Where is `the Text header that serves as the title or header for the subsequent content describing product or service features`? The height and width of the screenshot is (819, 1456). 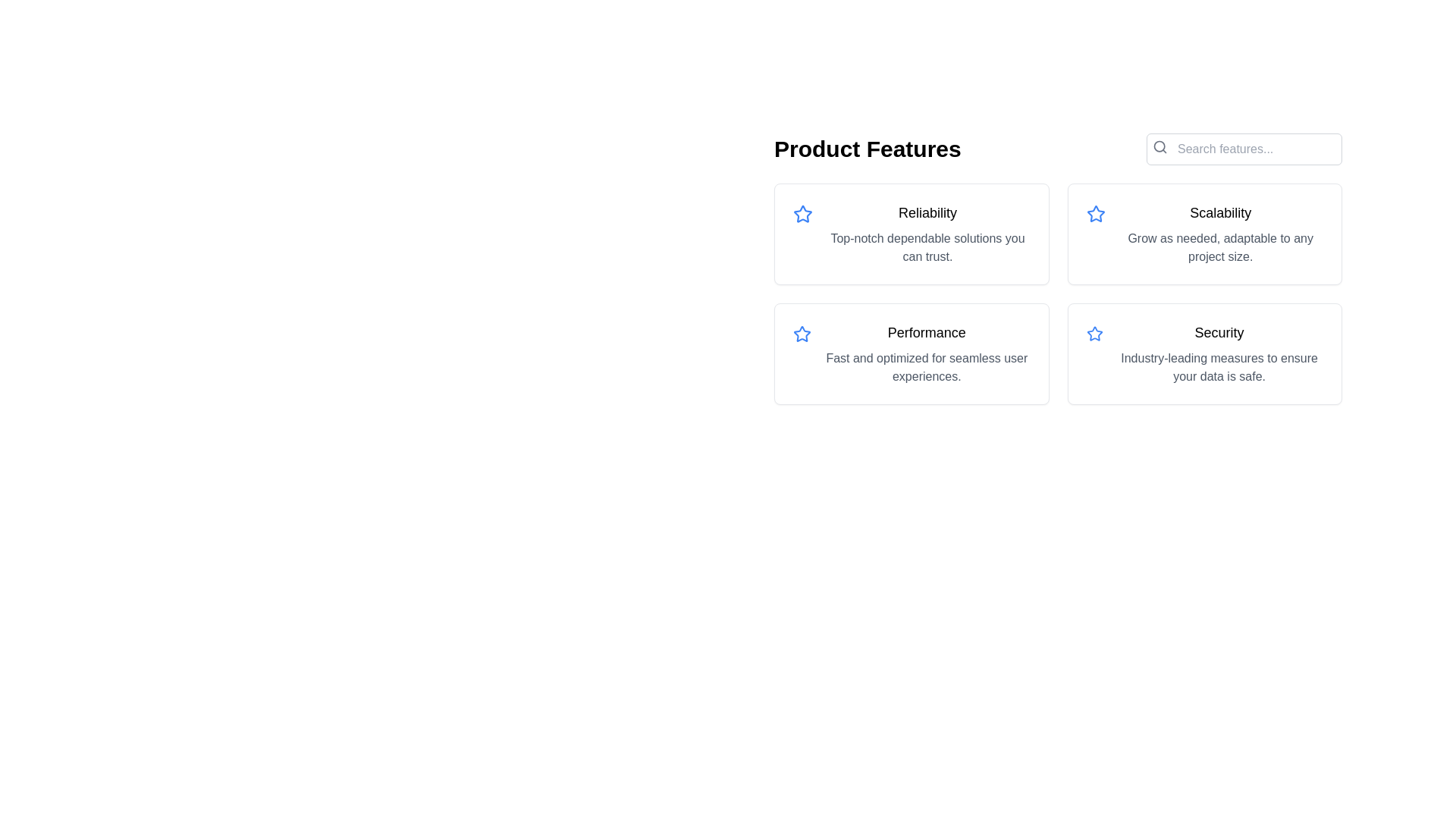 the Text header that serves as the title or header for the subsequent content describing product or service features is located at coordinates (868, 149).